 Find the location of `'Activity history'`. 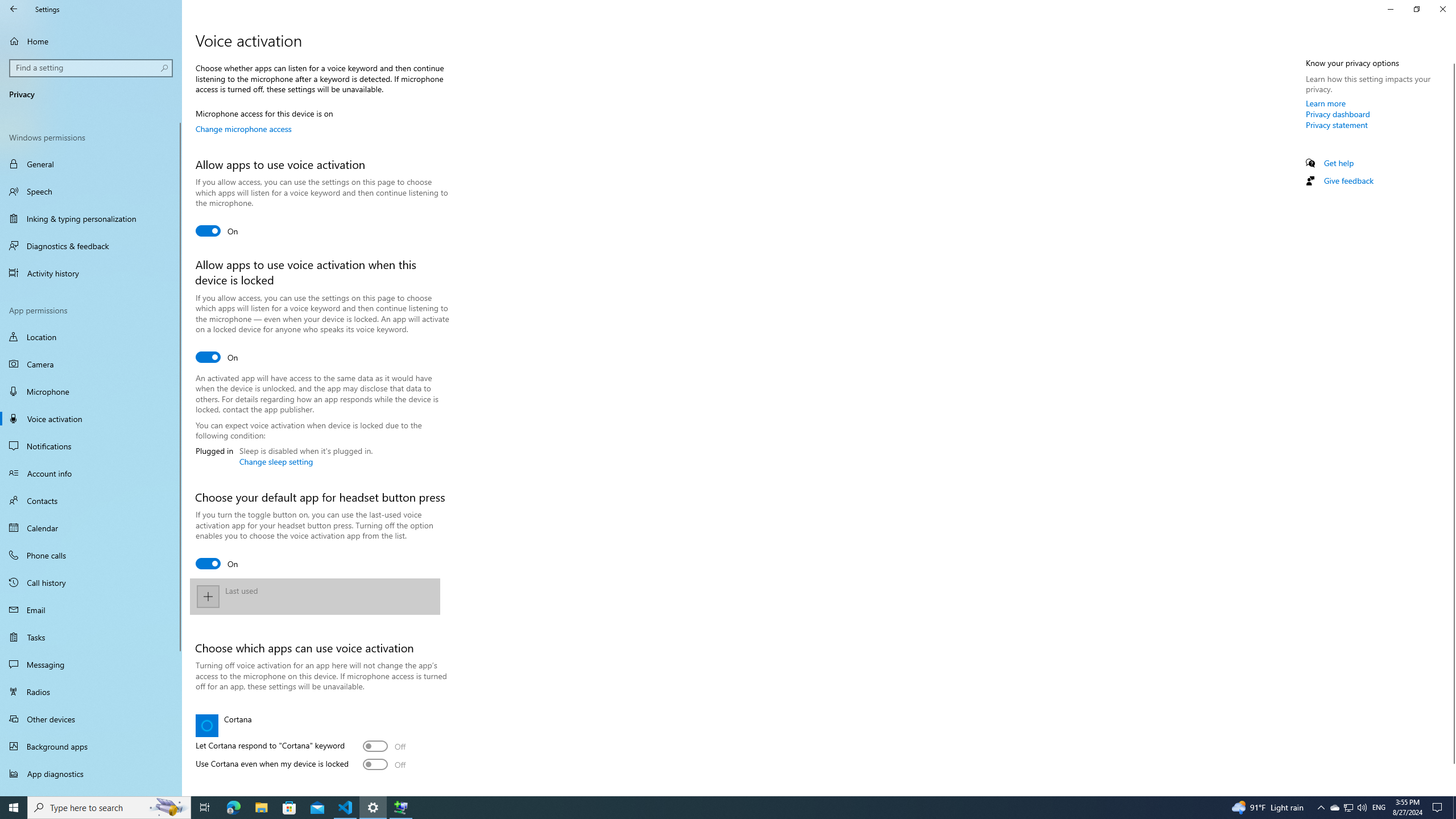

'Activity history' is located at coordinates (90, 272).